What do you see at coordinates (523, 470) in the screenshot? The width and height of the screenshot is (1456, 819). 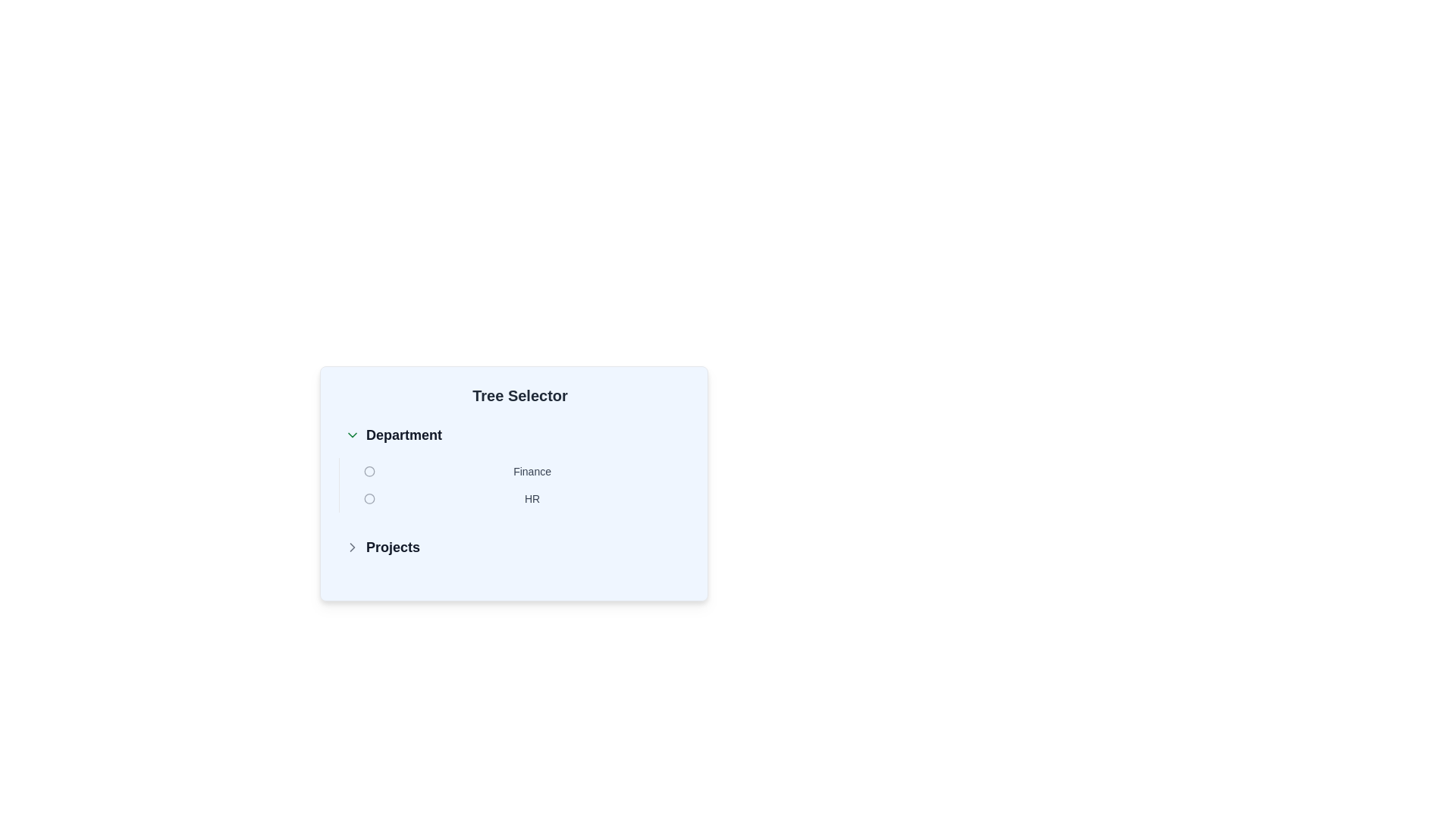 I see `the selectable option labeled 'Finance'` at bounding box center [523, 470].